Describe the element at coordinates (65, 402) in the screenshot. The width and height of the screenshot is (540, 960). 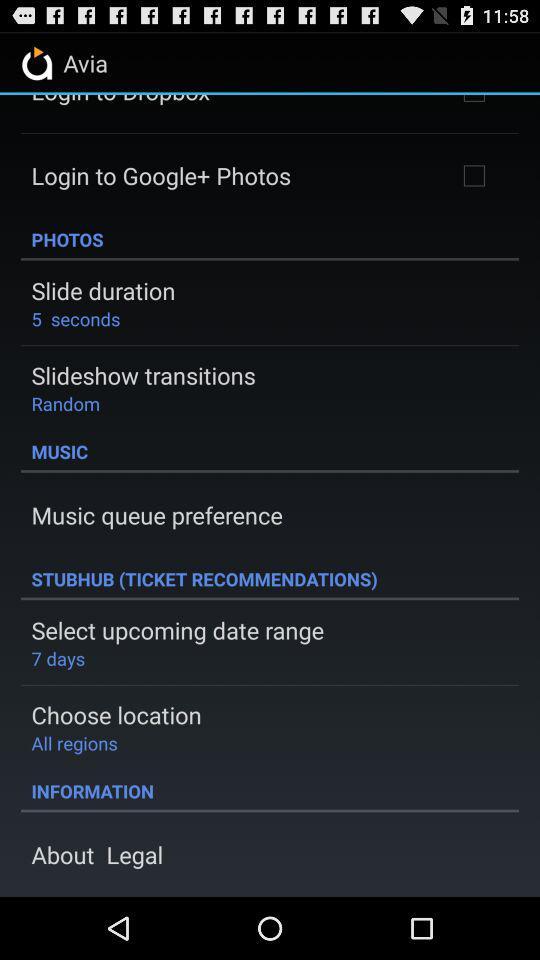
I see `random app` at that location.